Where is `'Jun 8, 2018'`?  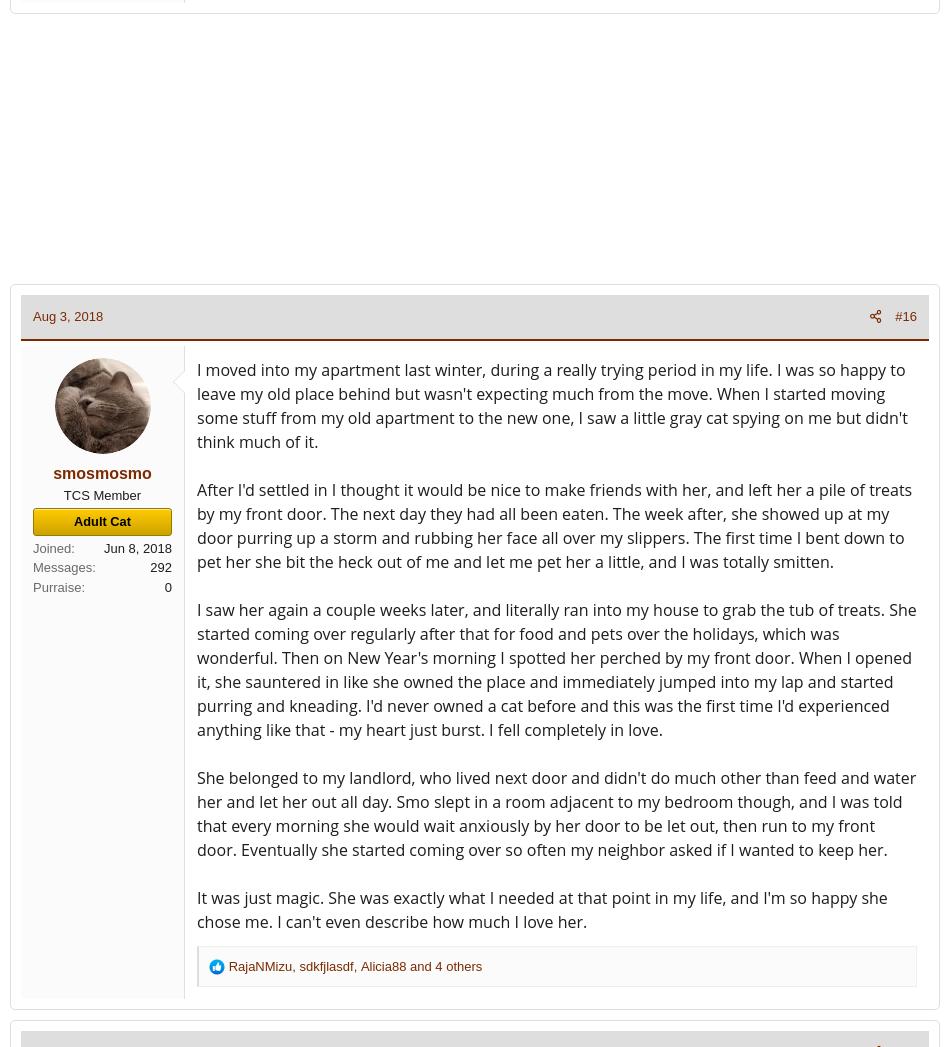 'Jun 8, 2018' is located at coordinates (104, 547).